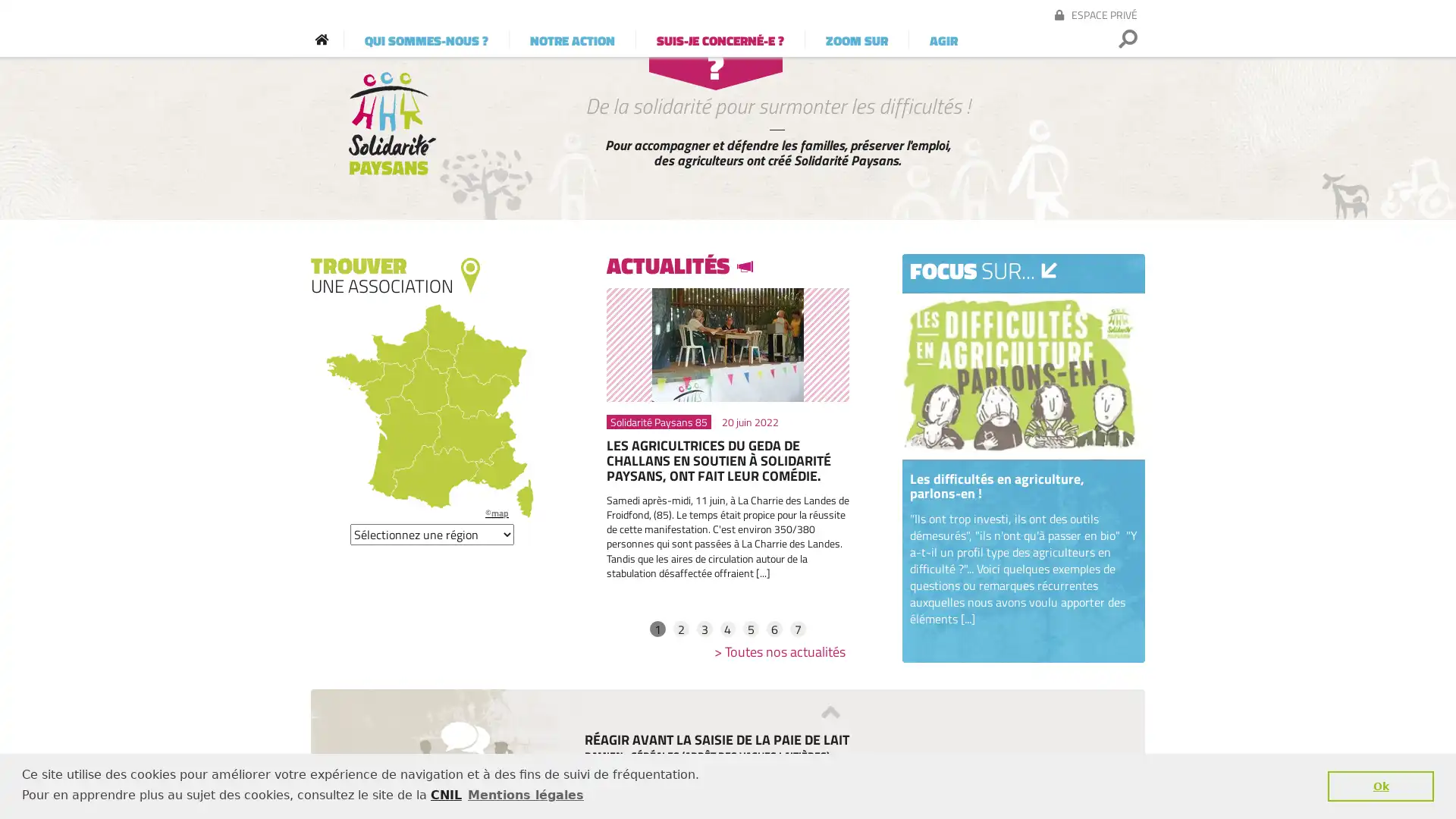 This screenshot has width=1456, height=819. Describe the element at coordinates (525, 794) in the screenshot. I see `learn more about cookies` at that location.